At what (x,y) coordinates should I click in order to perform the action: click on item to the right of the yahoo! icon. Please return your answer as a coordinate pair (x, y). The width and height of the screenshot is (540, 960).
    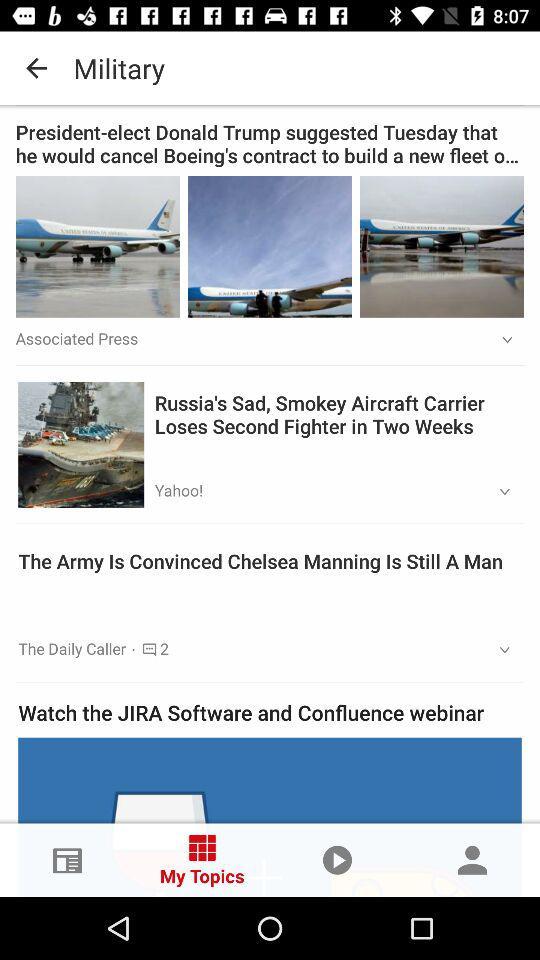
    Looking at the image, I should click on (497, 491).